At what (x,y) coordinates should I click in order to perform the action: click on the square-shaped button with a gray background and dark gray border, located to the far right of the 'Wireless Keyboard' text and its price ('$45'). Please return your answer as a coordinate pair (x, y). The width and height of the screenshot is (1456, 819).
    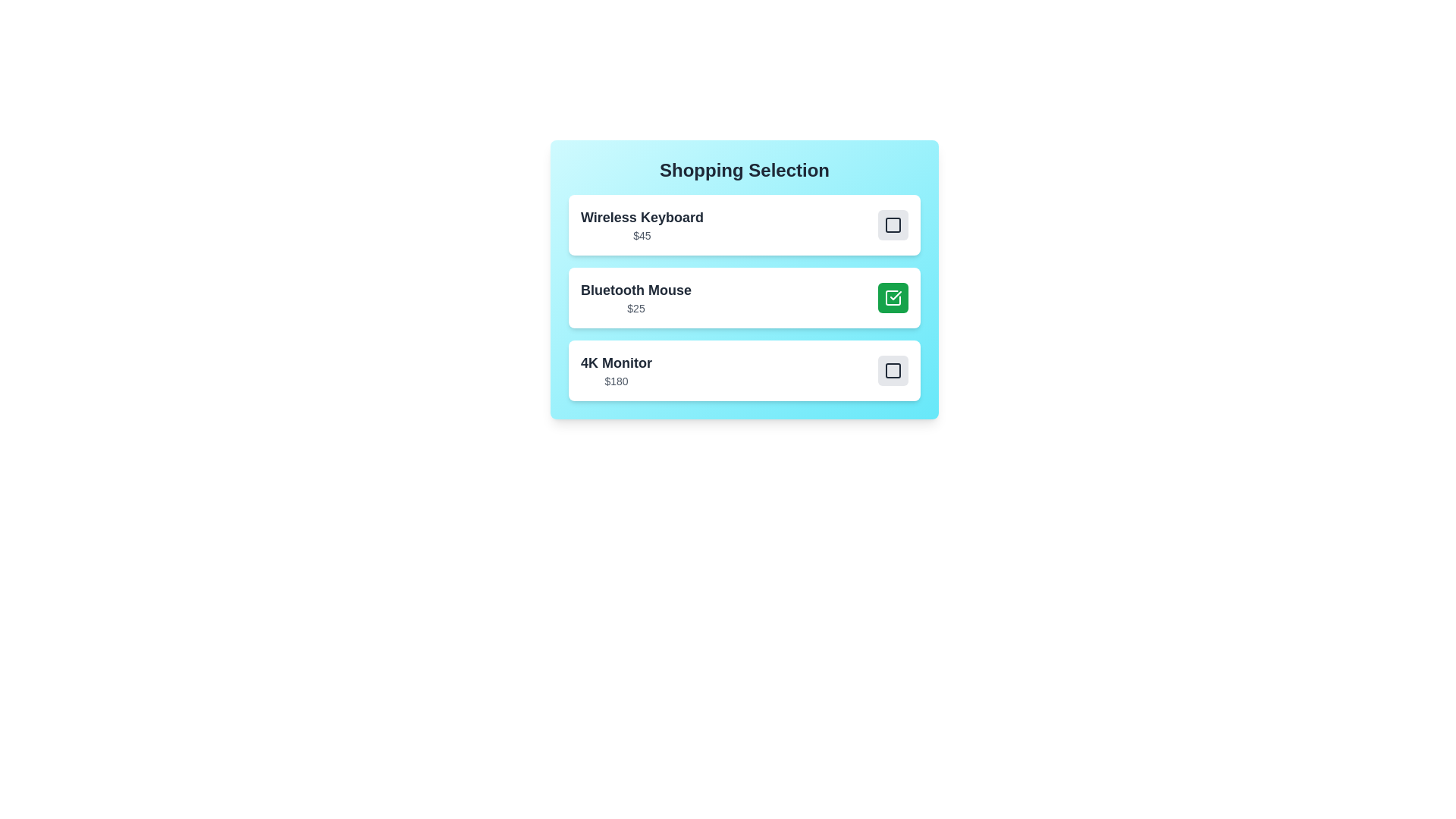
    Looking at the image, I should click on (893, 225).